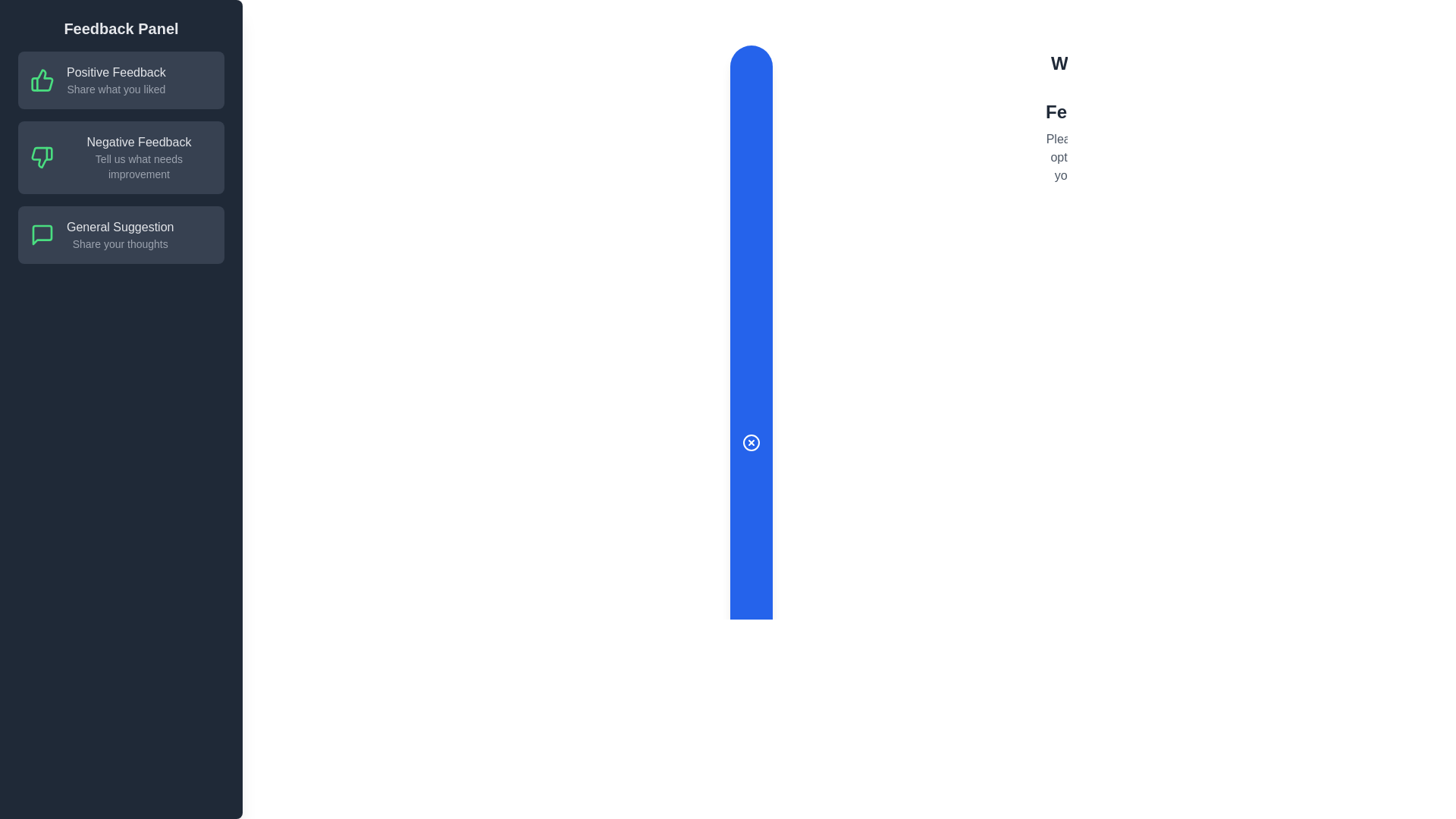  What do you see at coordinates (120, 234) in the screenshot?
I see `the feedback option General Suggestion by clicking on the corresponding area` at bounding box center [120, 234].